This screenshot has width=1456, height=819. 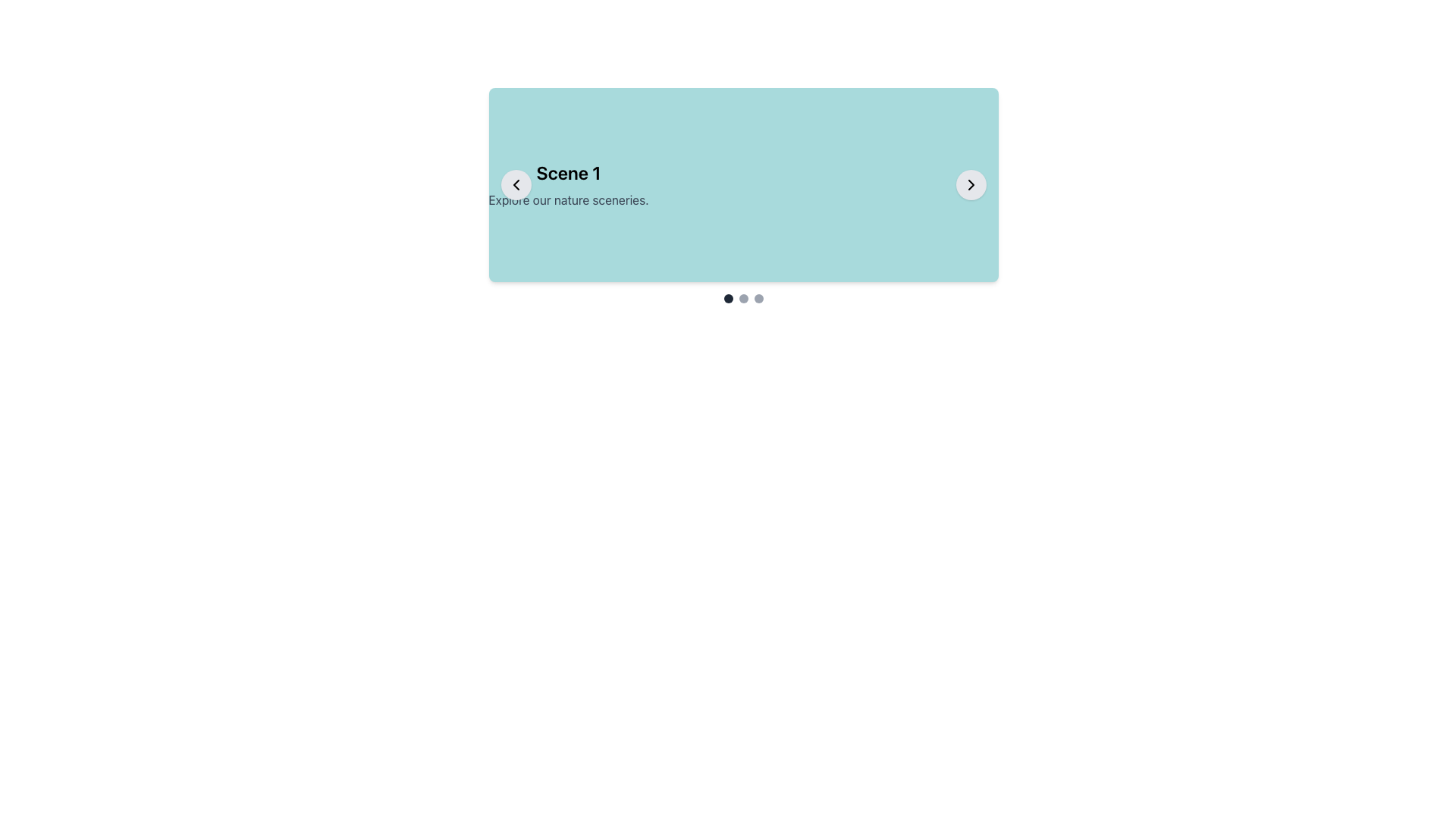 What do you see at coordinates (516, 184) in the screenshot?
I see `the circular button with a light gray background and a leftward-pointing chevron icon` at bounding box center [516, 184].